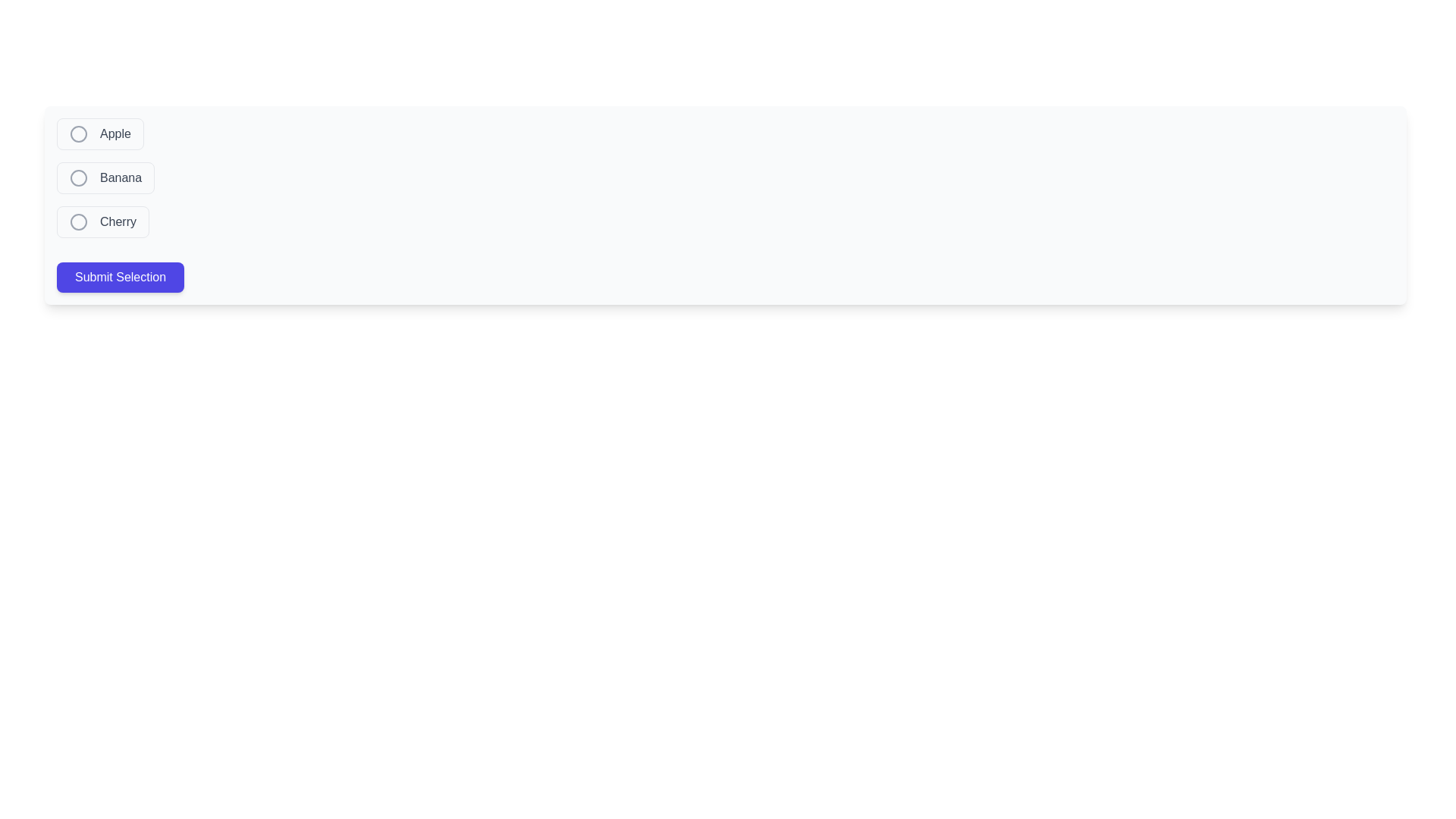  Describe the element at coordinates (105, 177) in the screenshot. I see `the 'Banana' radio button label` at that location.